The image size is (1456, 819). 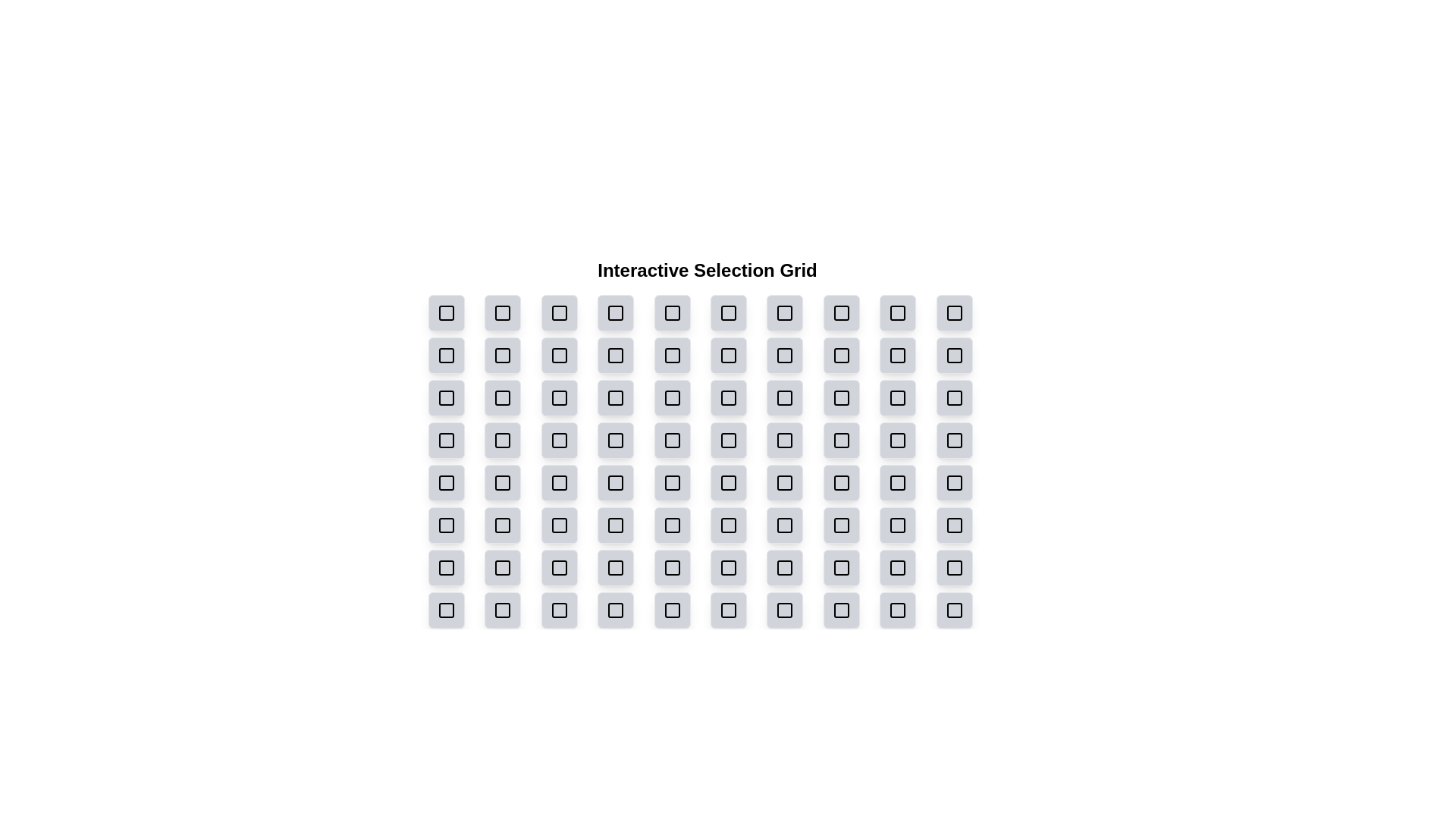 What do you see at coordinates (706, 270) in the screenshot?
I see `the grid title 'Interactive Selection Grid'` at bounding box center [706, 270].